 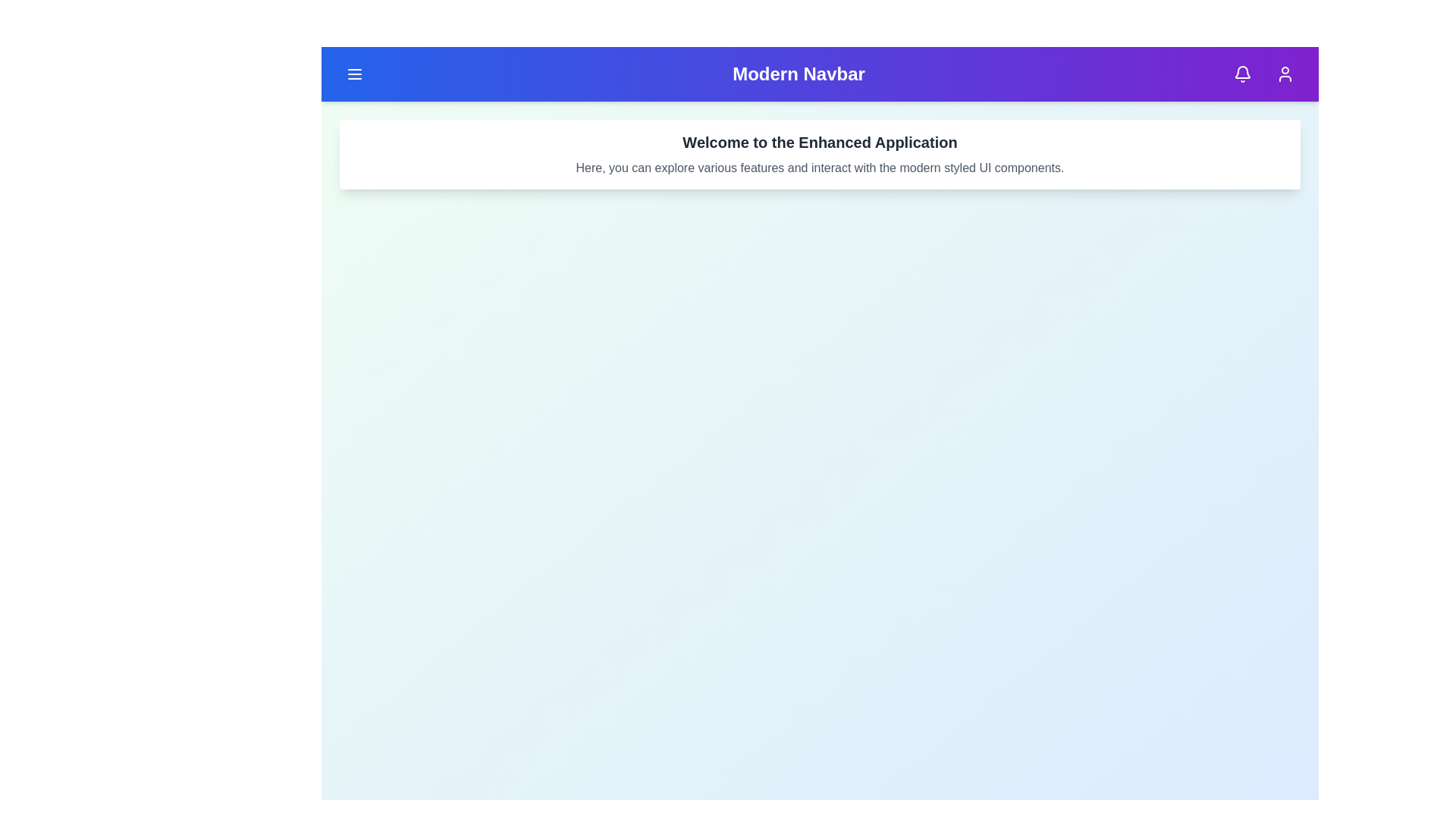 What do you see at coordinates (797, 74) in the screenshot?
I see `the header title 'Modern Navbar'` at bounding box center [797, 74].